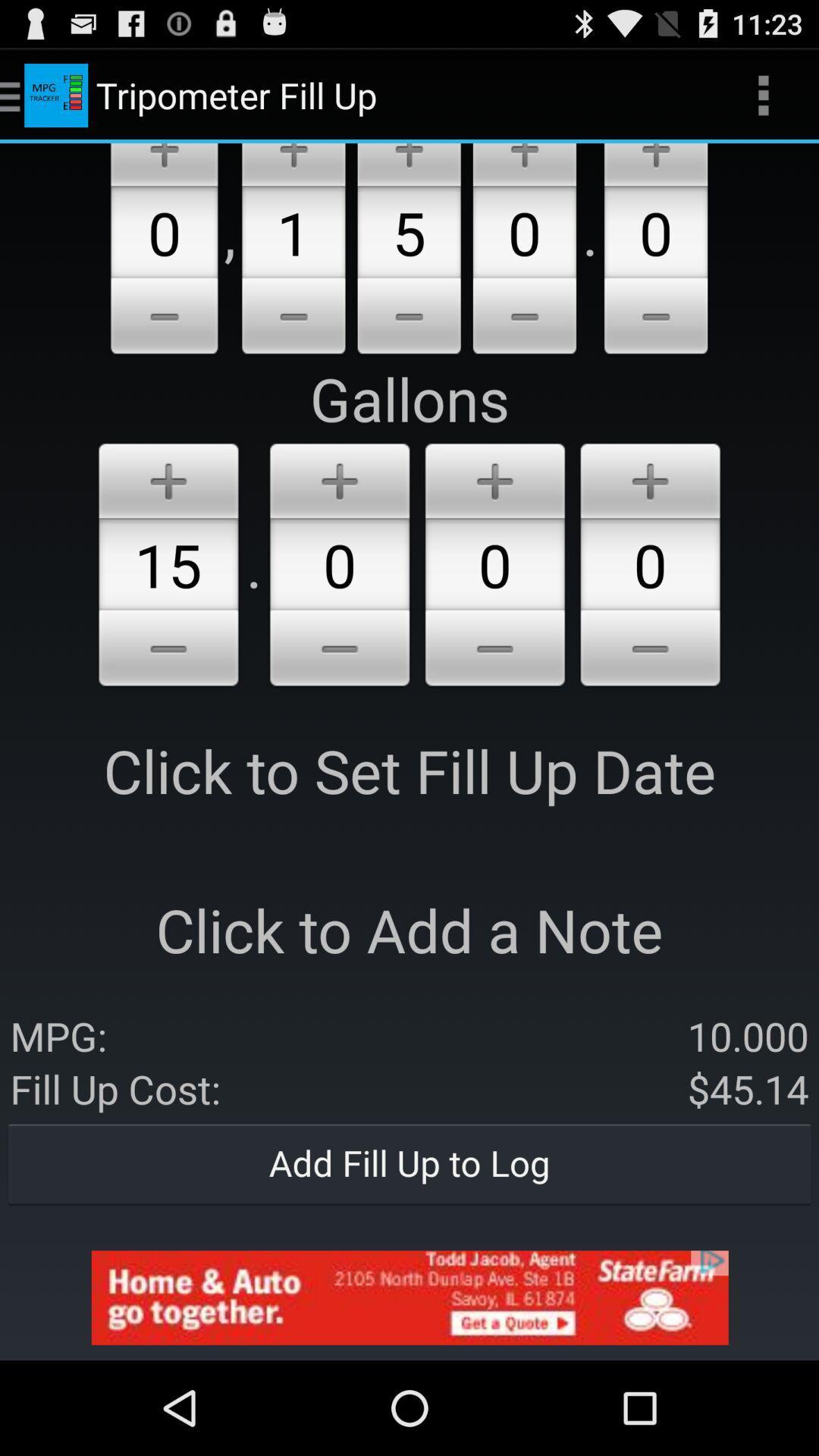 This screenshot has height=1456, width=819. I want to click on add, so click(408, 165).